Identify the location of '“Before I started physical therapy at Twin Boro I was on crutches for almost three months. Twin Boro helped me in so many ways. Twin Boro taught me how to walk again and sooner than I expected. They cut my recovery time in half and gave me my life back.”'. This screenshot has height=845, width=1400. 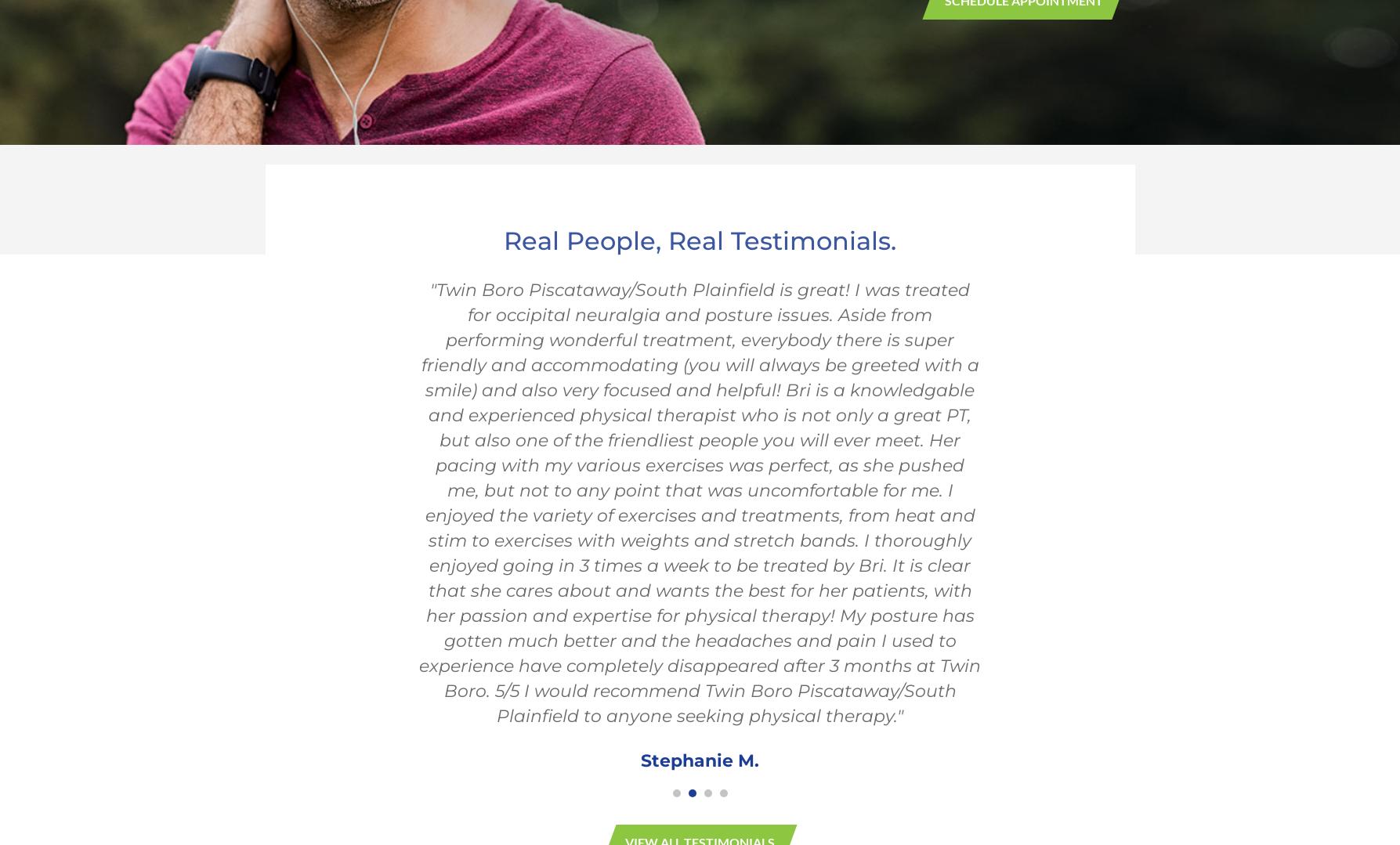
(699, 339).